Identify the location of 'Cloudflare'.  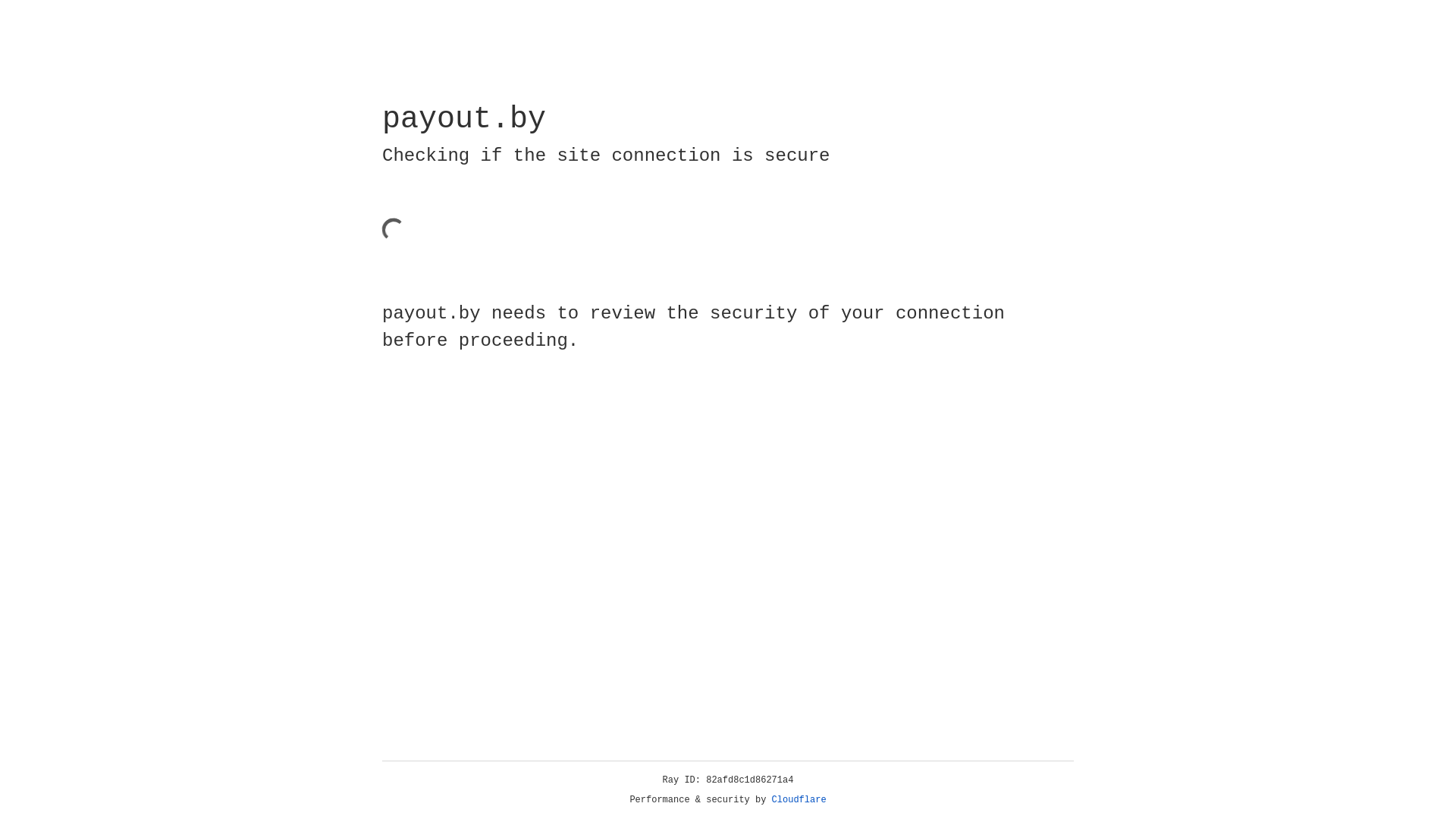
(771, 799).